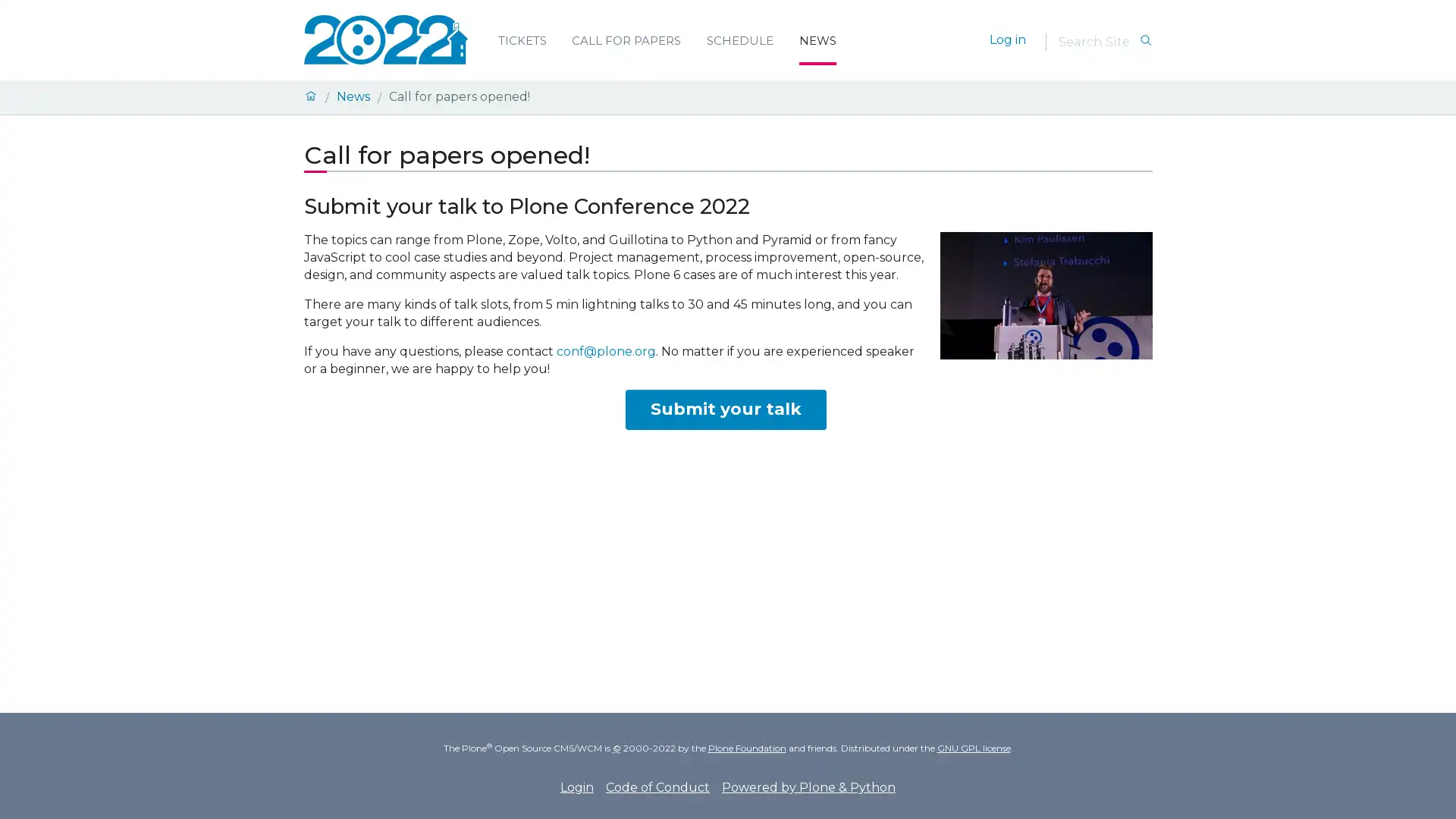 Image resolution: width=1456 pixels, height=819 pixels. What do you see at coordinates (1145, 40) in the screenshot?
I see `Search` at bounding box center [1145, 40].